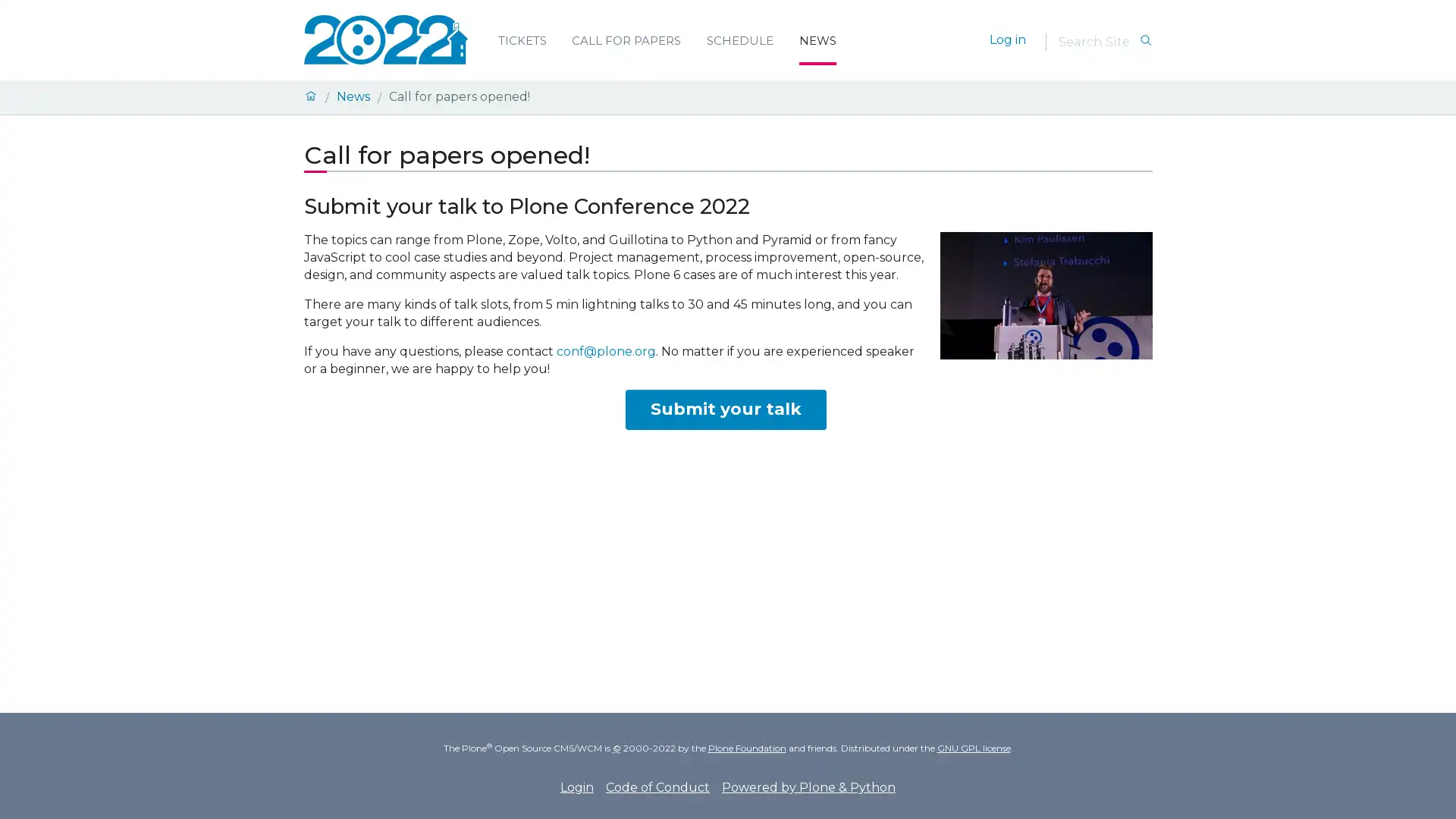 Image resolution: width=1456 pixels, height=819 pixels. What do you see at coordinates (1145, 40) in the screenshot?
I see `Search` at bounding box center [1145, 40].